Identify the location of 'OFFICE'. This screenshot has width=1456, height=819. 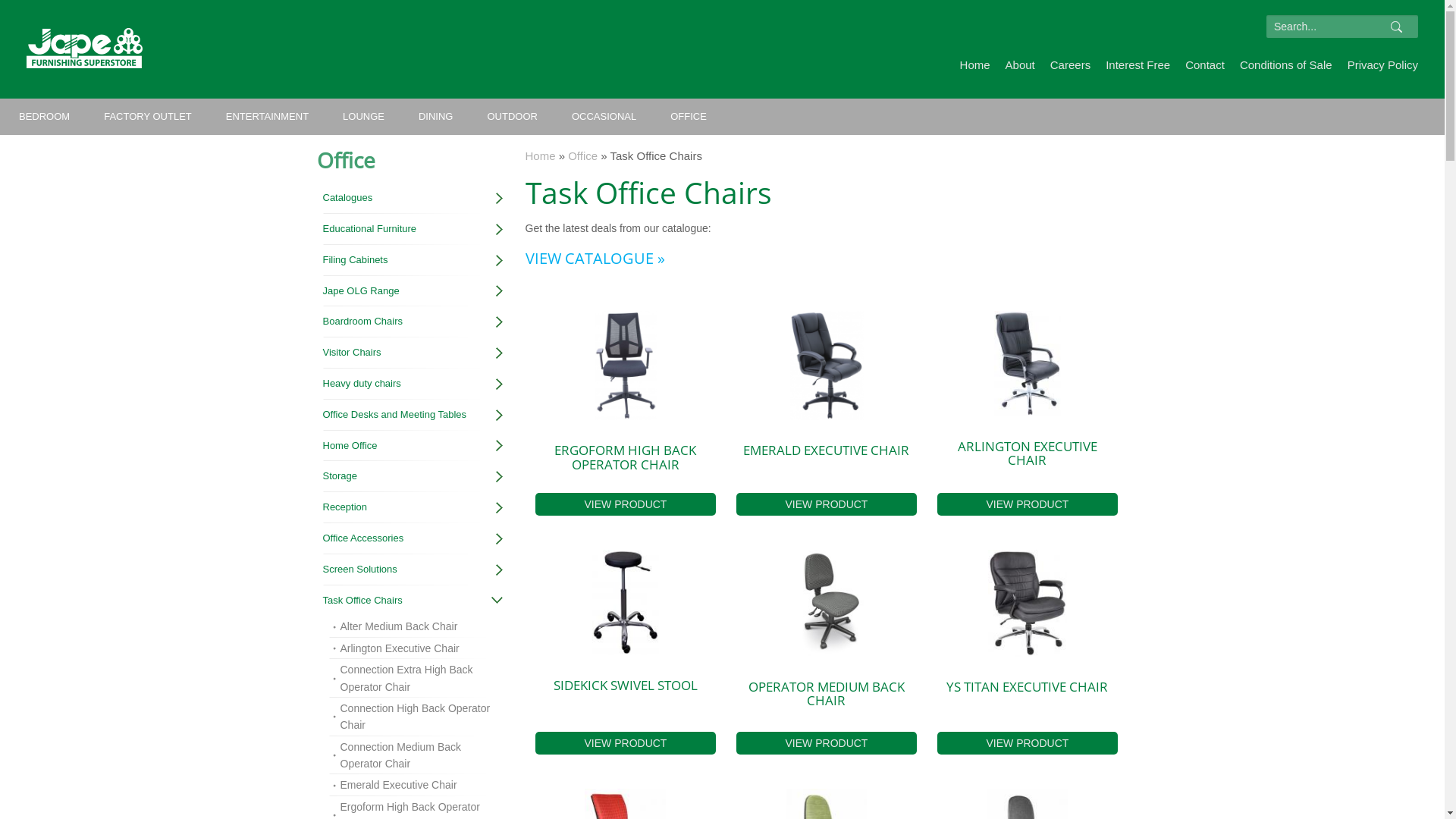
(687, 115).